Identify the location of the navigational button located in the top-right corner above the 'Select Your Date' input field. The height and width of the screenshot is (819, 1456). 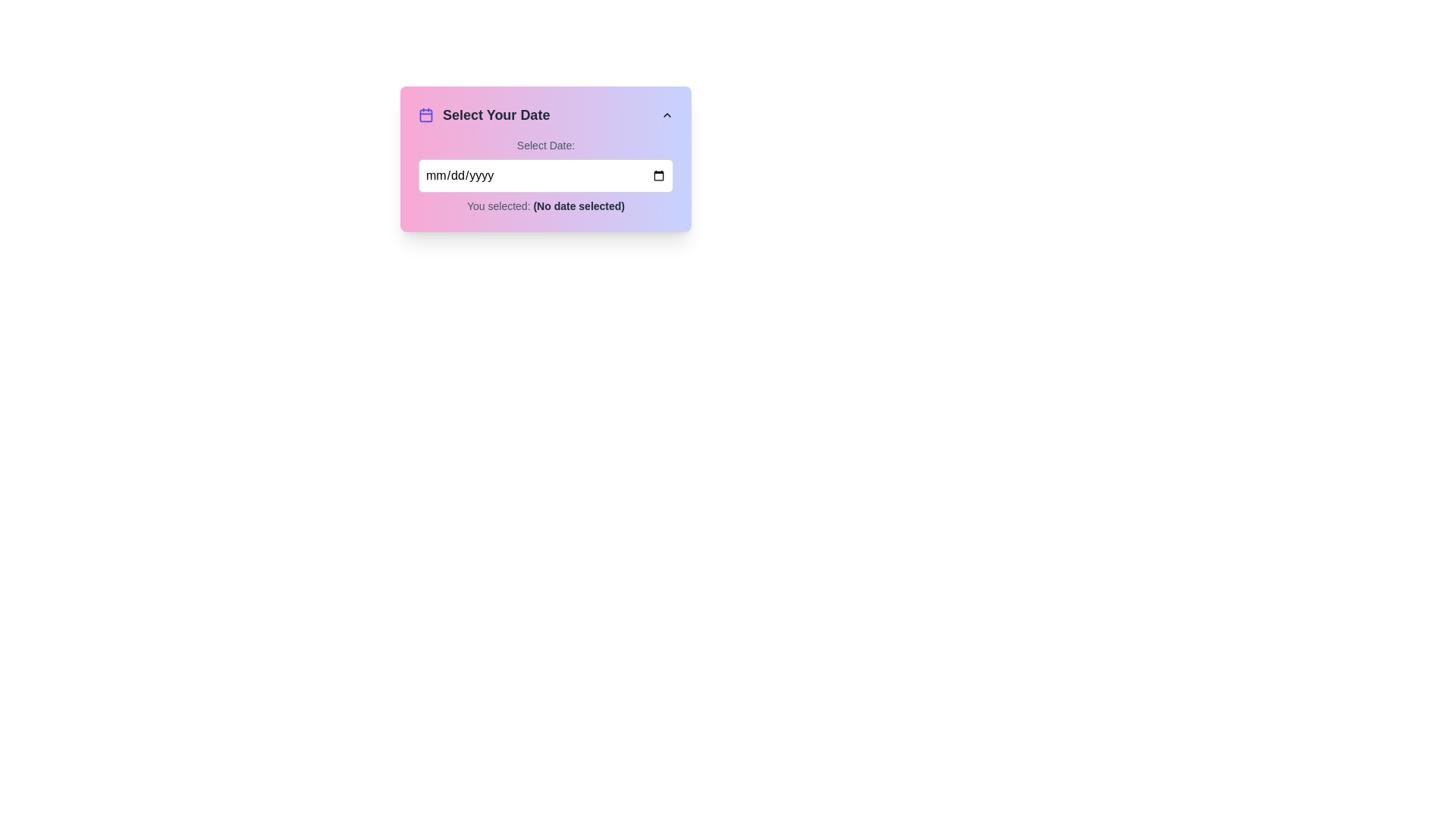
(667, 114).